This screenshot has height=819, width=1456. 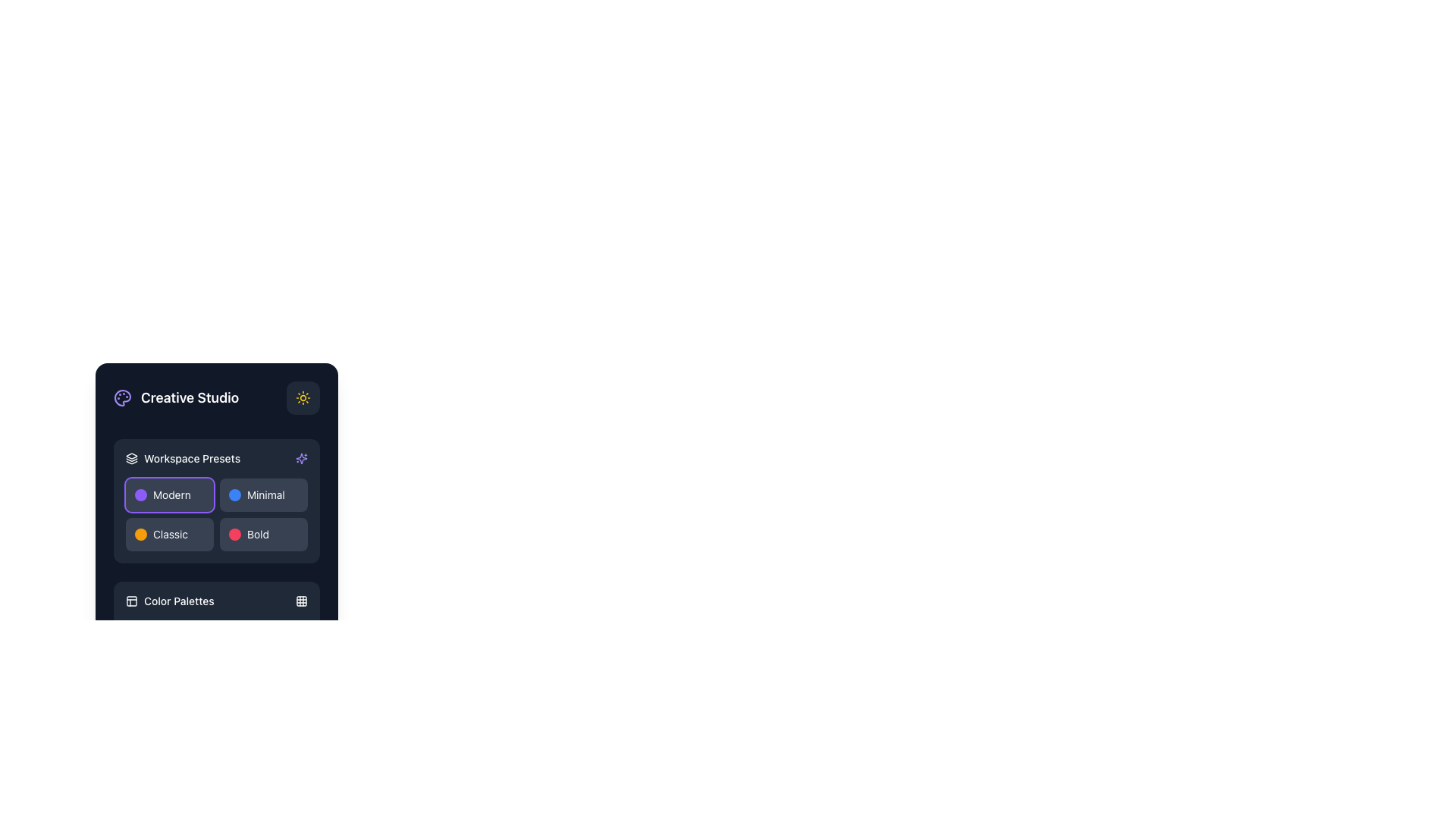 I want to click on the 'Bold' button in the grid layout of selection options under 'Workspace Presets' in the 'Creative Studio' panel, so click(x=216, y=513).